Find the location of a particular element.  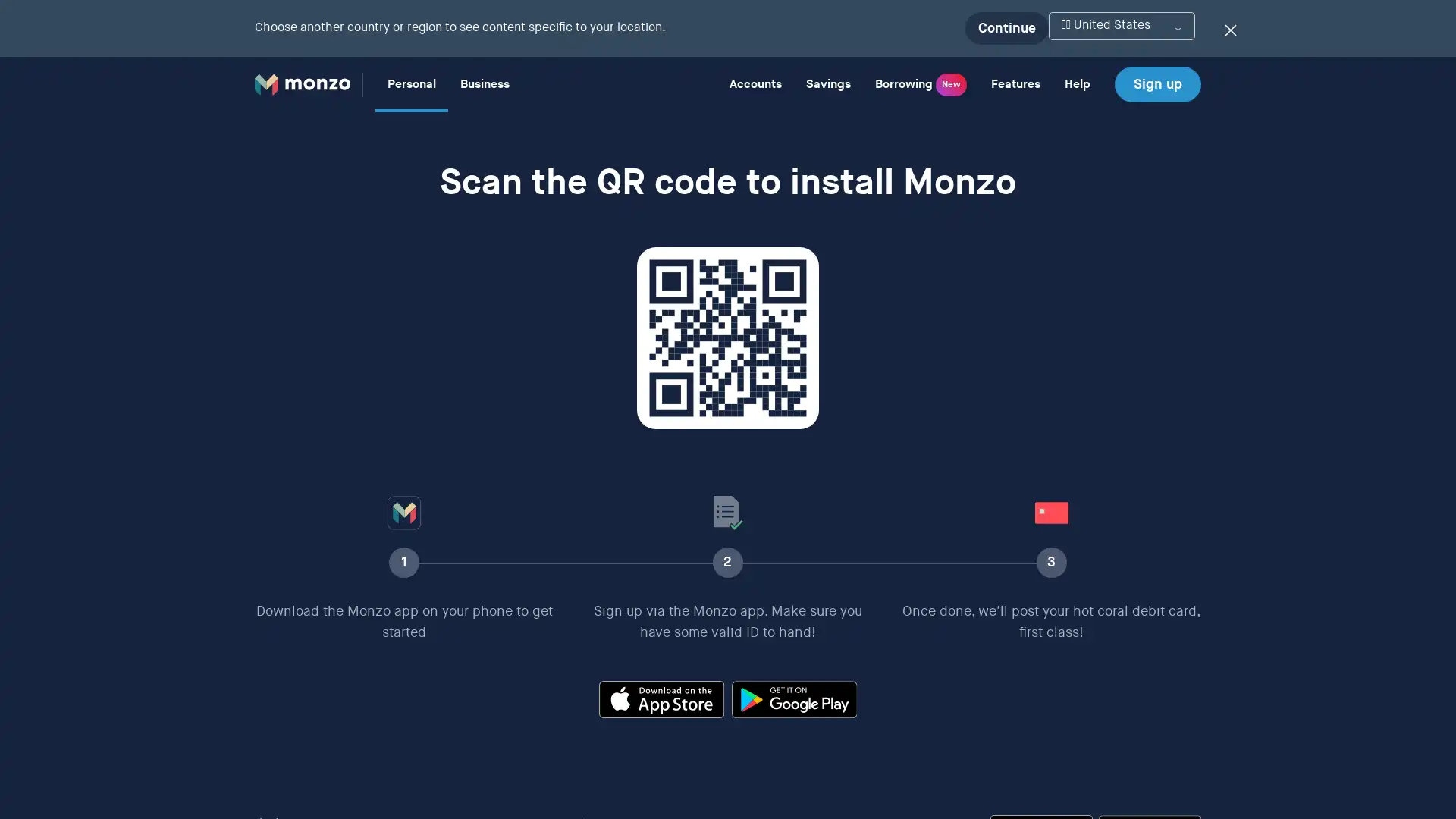

Savings is located at coordinates (827, 84).